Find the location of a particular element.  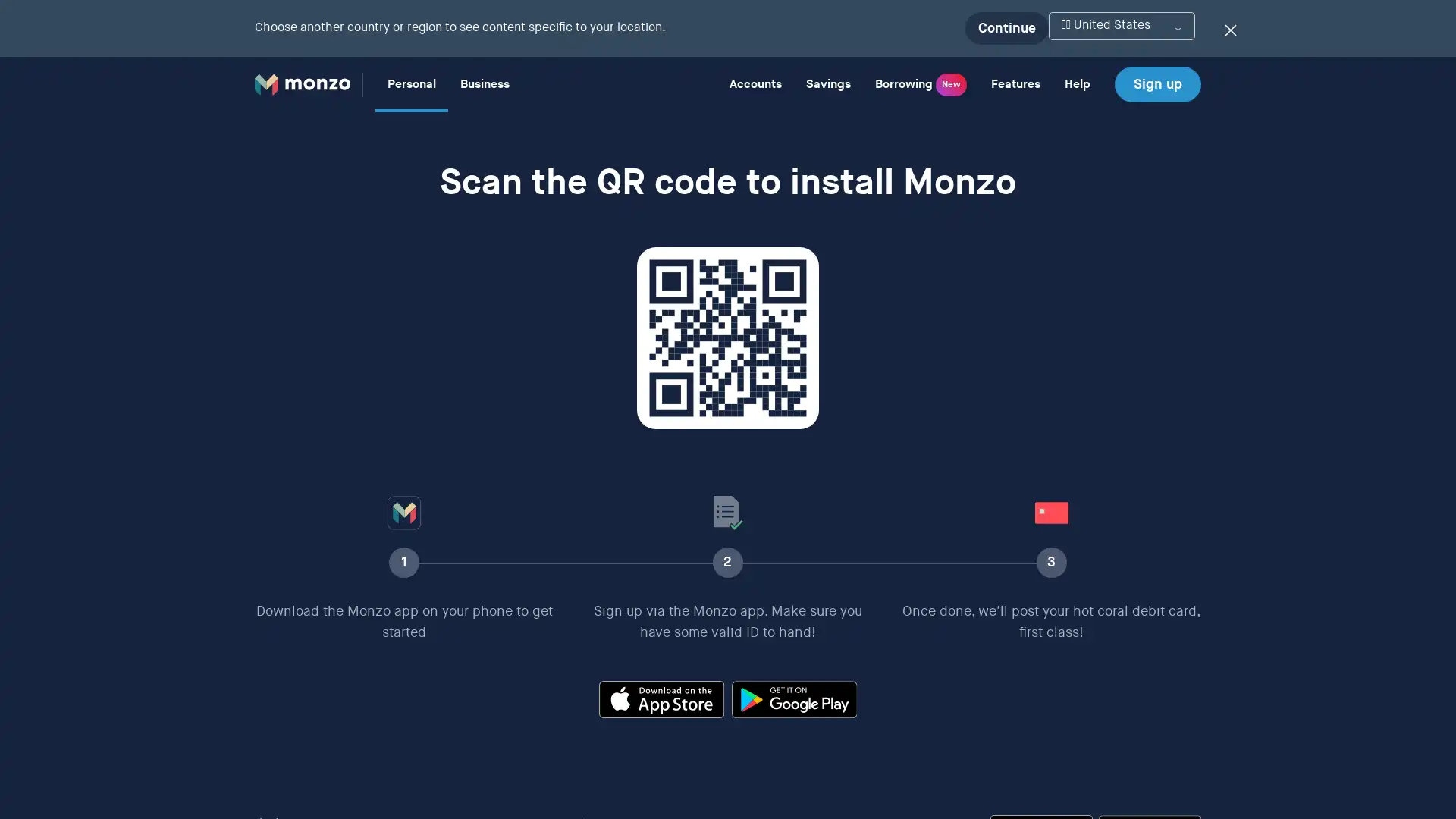

Savings is located at coordinates (827, 84).